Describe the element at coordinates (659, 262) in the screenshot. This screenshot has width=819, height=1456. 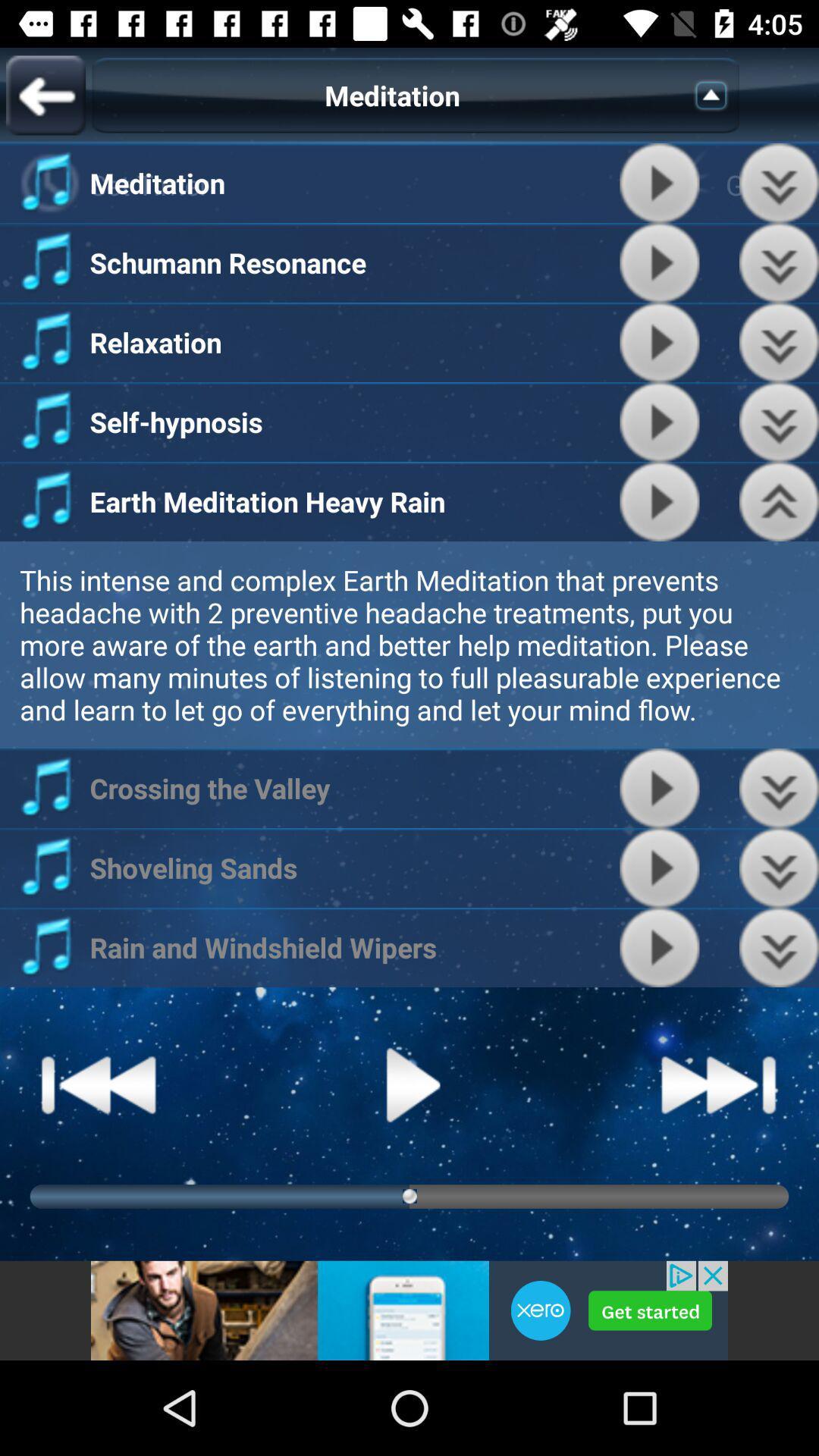
I see `pause` at that location.